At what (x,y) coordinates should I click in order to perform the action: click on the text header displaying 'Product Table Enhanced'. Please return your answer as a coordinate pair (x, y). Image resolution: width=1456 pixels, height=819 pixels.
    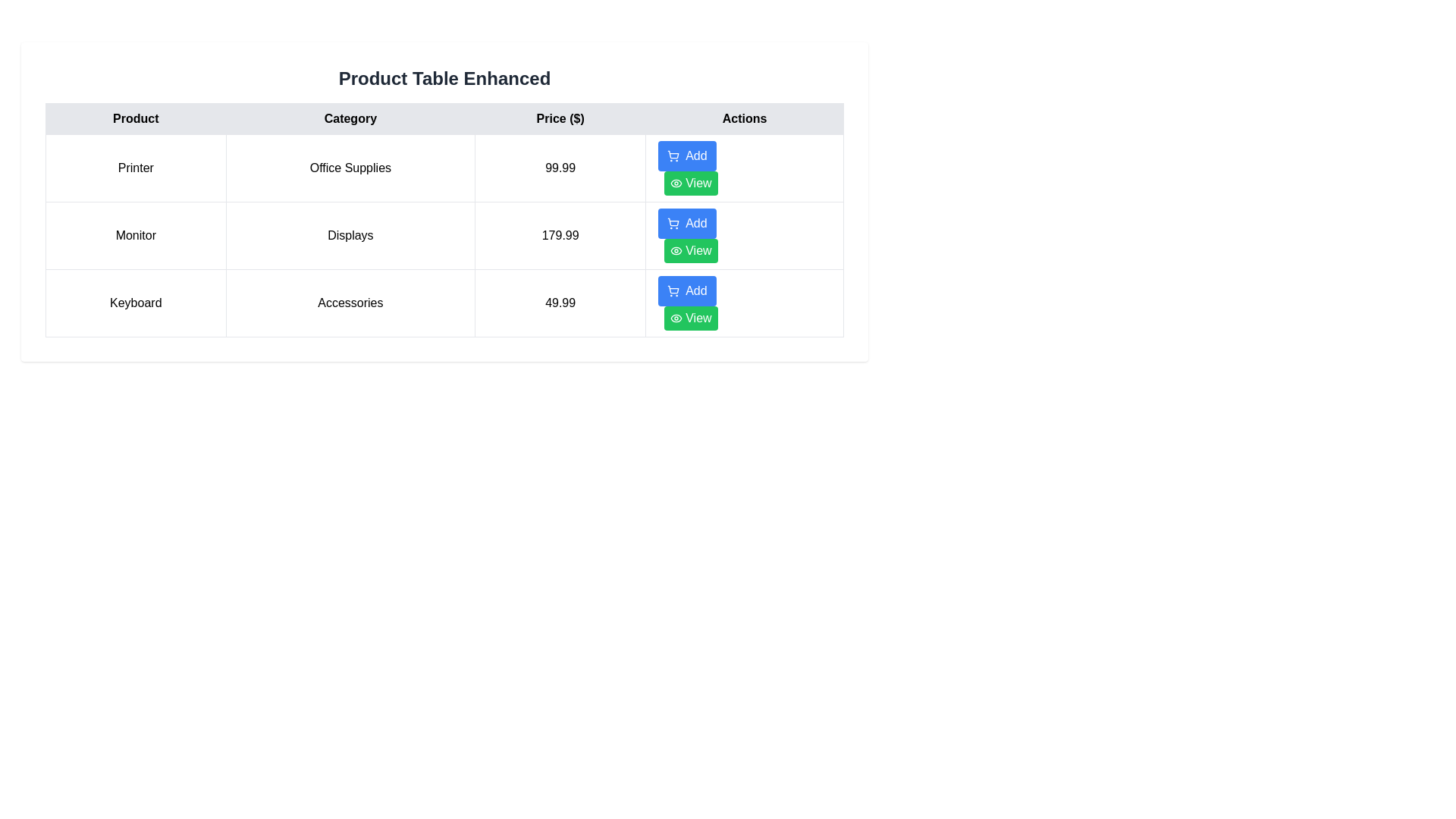
    Looking at the image, I should click on (444, 79).